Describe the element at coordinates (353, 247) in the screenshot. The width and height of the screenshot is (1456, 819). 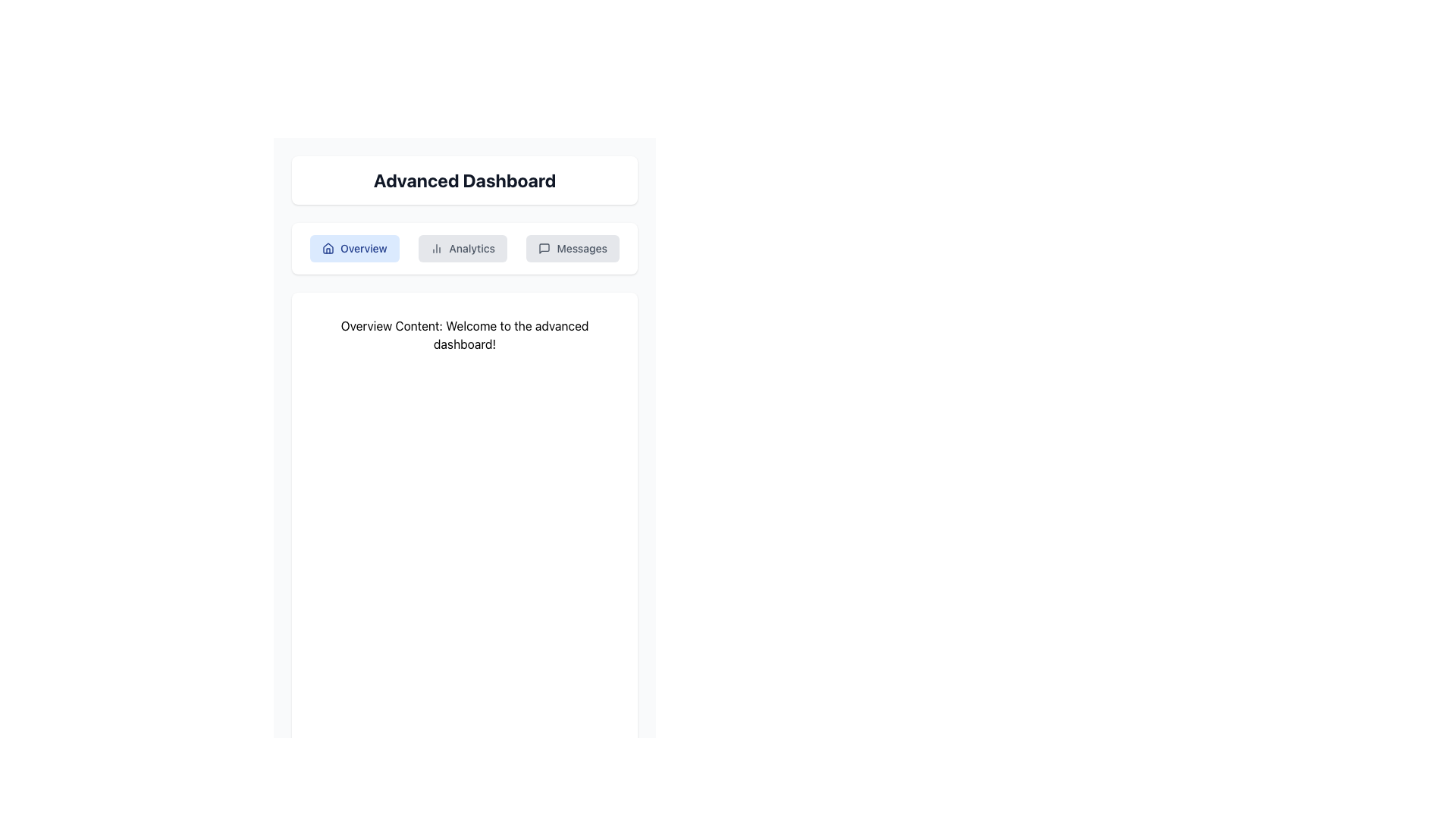
I see `the 'Overview' navigation button located at the left side of the button group in the 'Advanced Dashboard' section` at that location.